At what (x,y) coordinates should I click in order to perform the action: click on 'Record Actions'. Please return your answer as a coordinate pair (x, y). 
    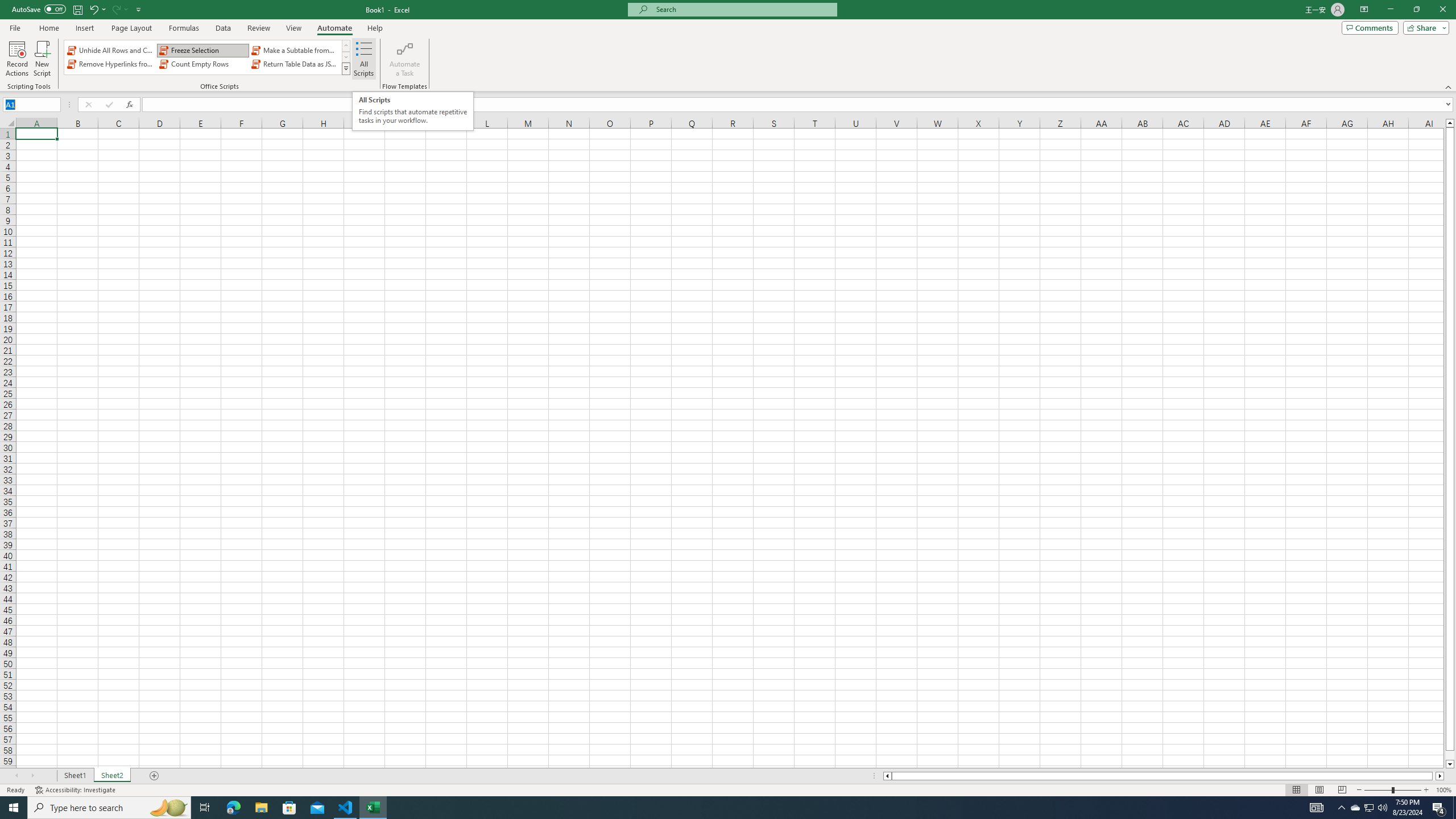
    Looking at the image, I should click on (16, 59).